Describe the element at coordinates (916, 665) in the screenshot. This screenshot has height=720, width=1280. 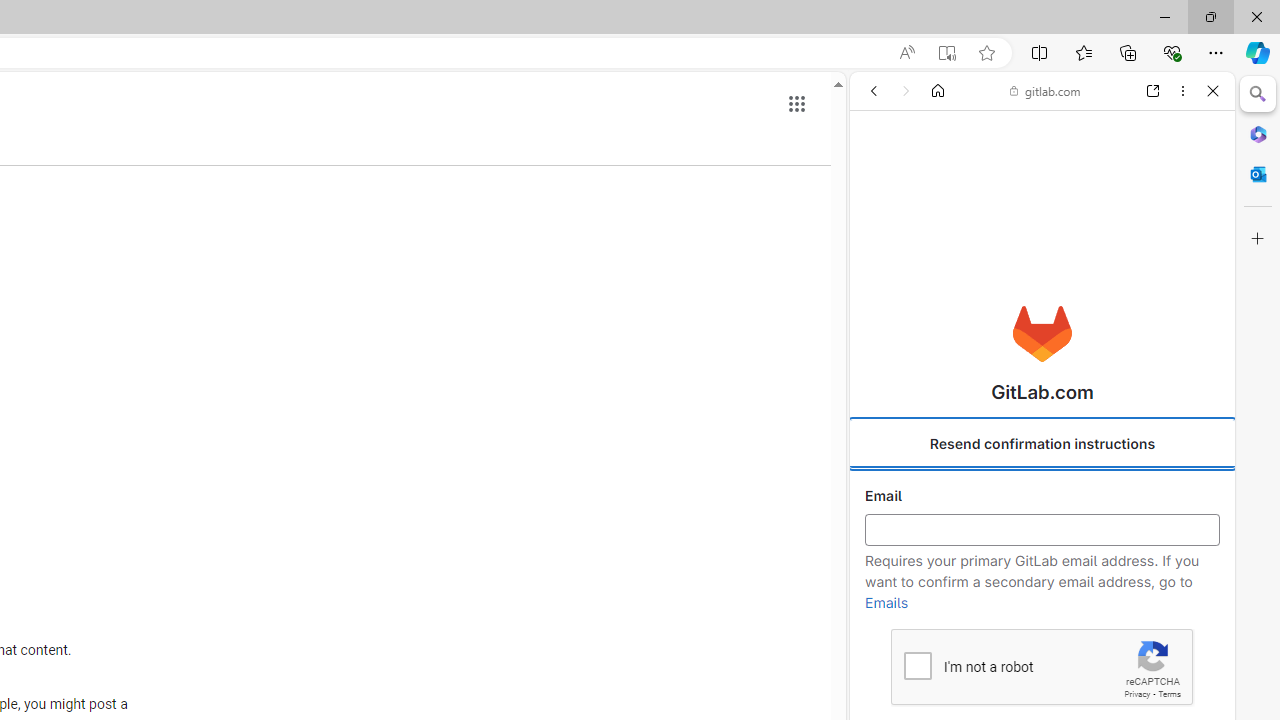
I see `'I'` at that location.